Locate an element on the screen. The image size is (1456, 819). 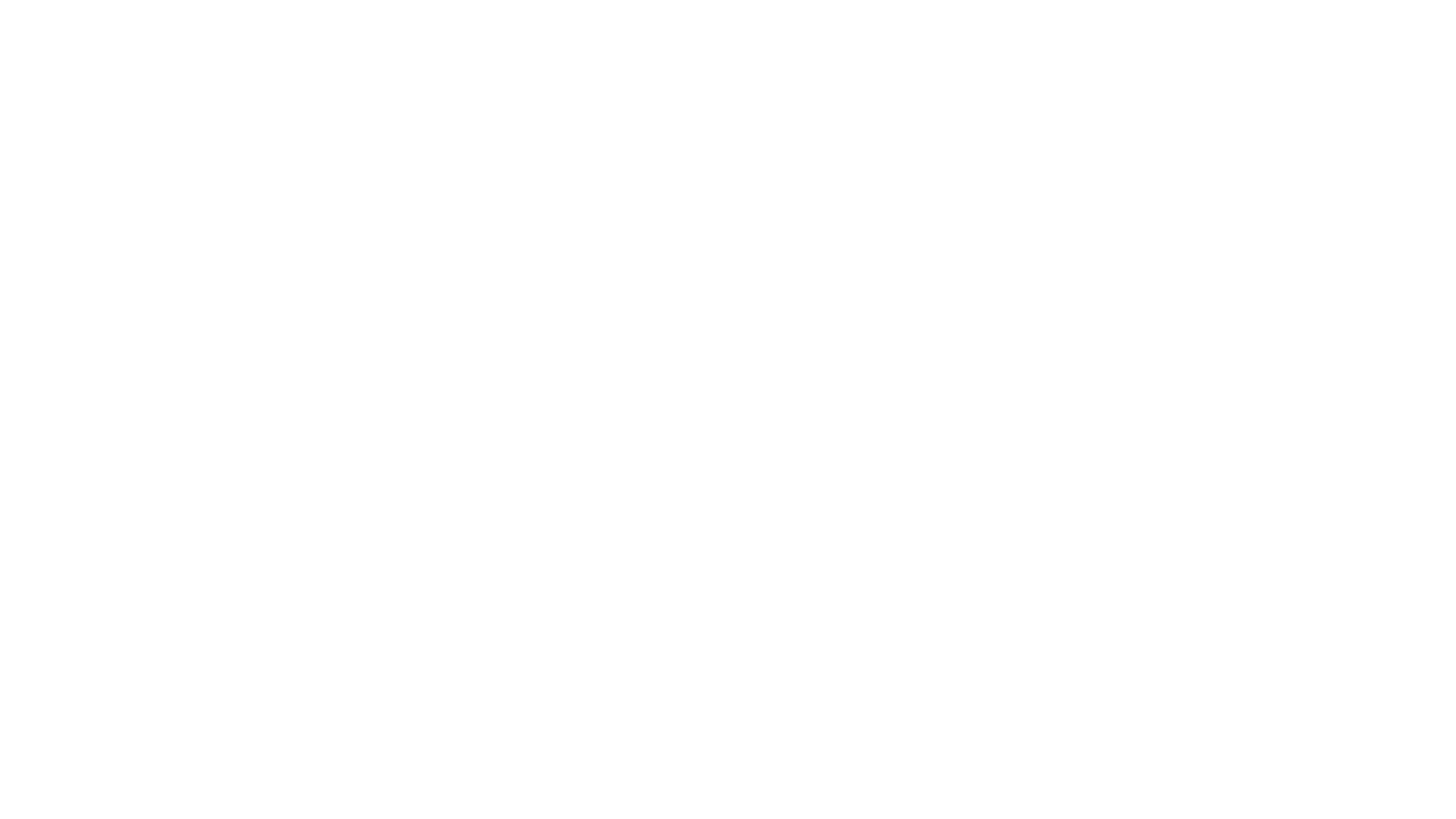
Next is located at coordinates (819, 435).